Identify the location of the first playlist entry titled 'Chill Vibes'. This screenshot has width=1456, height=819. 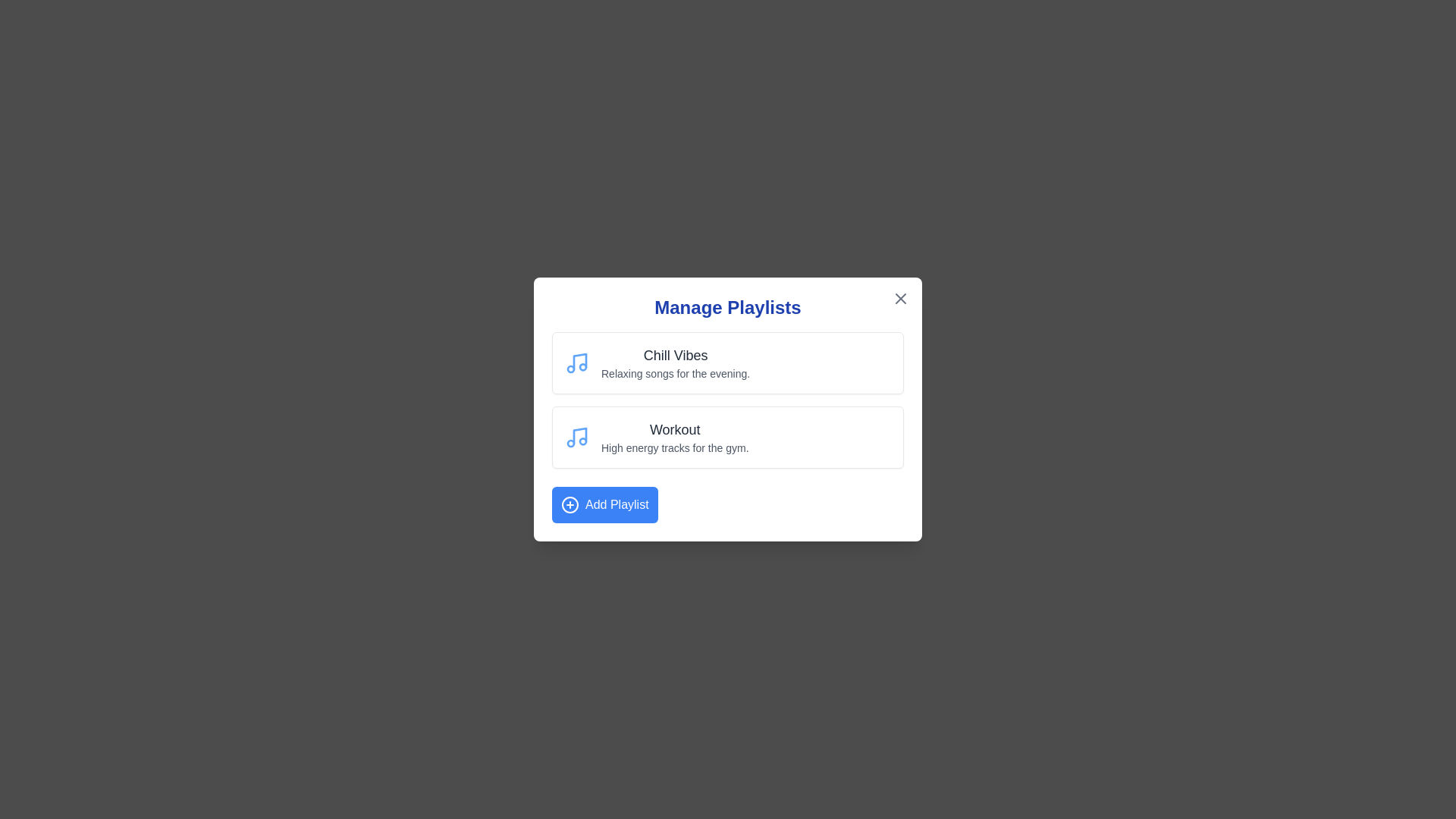
(728, 362).